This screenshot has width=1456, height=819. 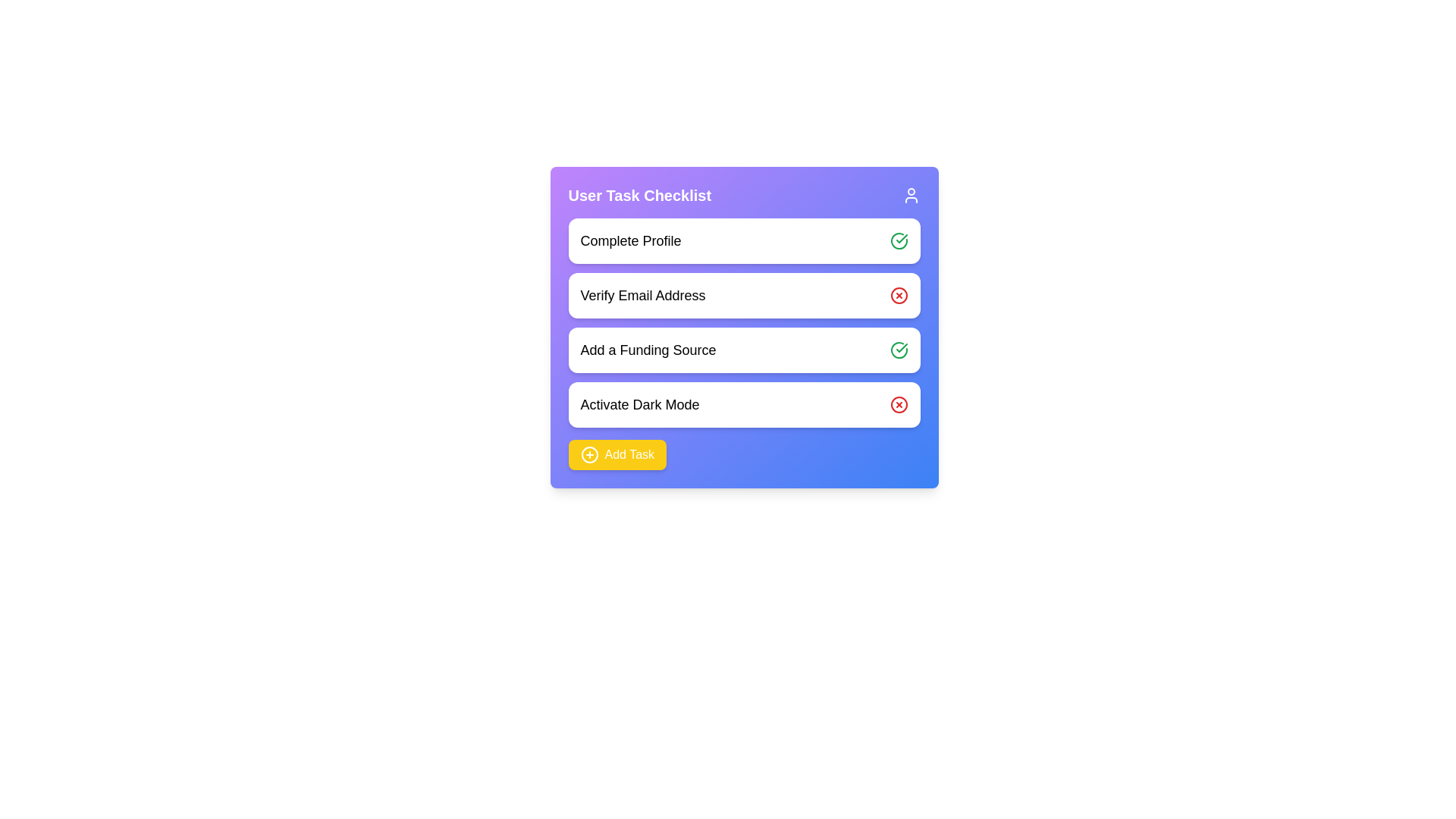 I want to click on text 'Activate Dark Mode' from the left-aligned label in the last checklist item of the vertically stacked task list, so click(x=640, y=403).